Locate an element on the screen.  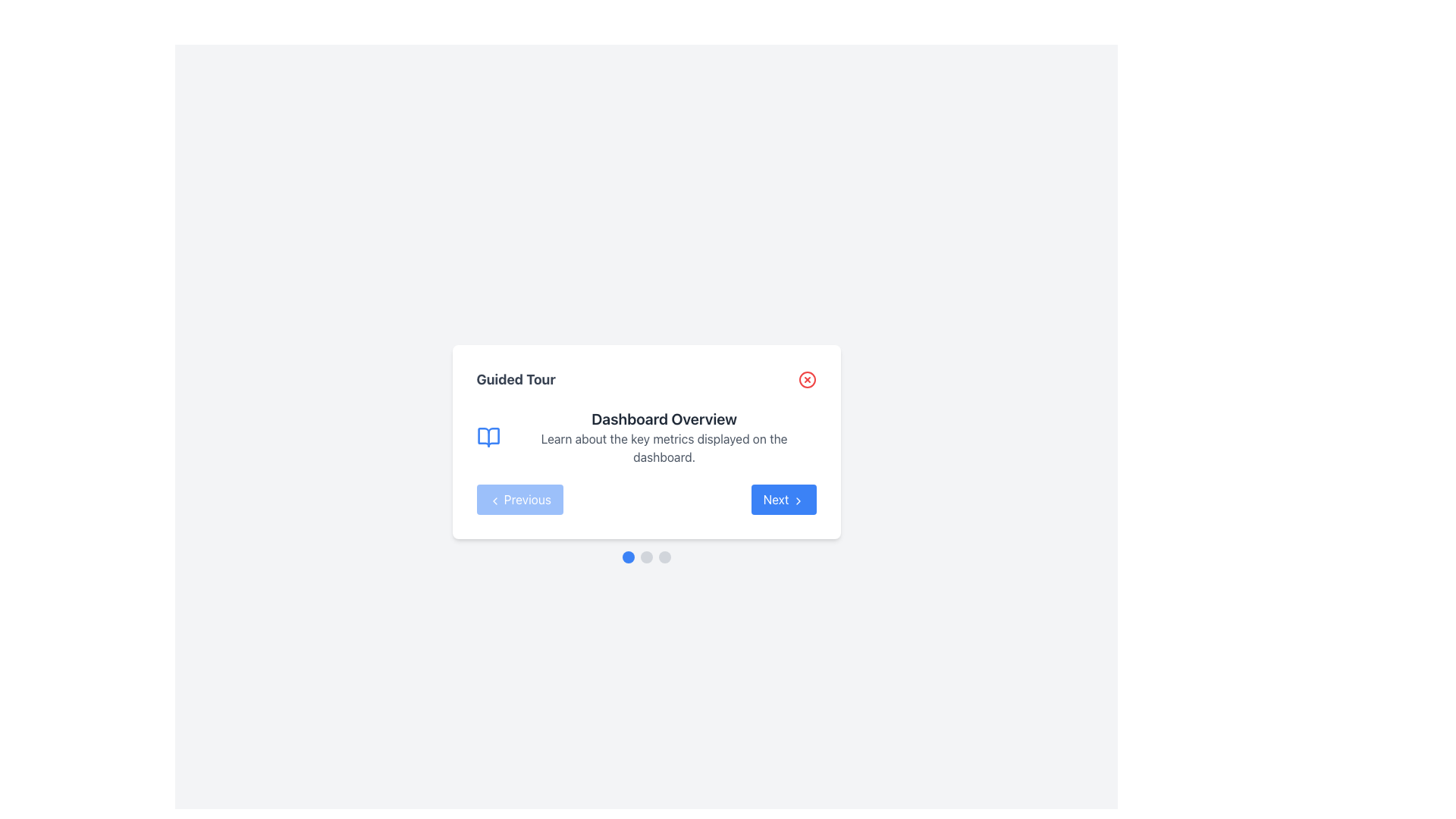
the section containing the blue open book icon and the text 'Dashboard Overview' with the description 'Learn about the key metrics displayed on the dashboard'. This section is located below the heading 'Guided Tour' and above the 'Previous' and 'Next' buttons is located at coordinates (646, 438).